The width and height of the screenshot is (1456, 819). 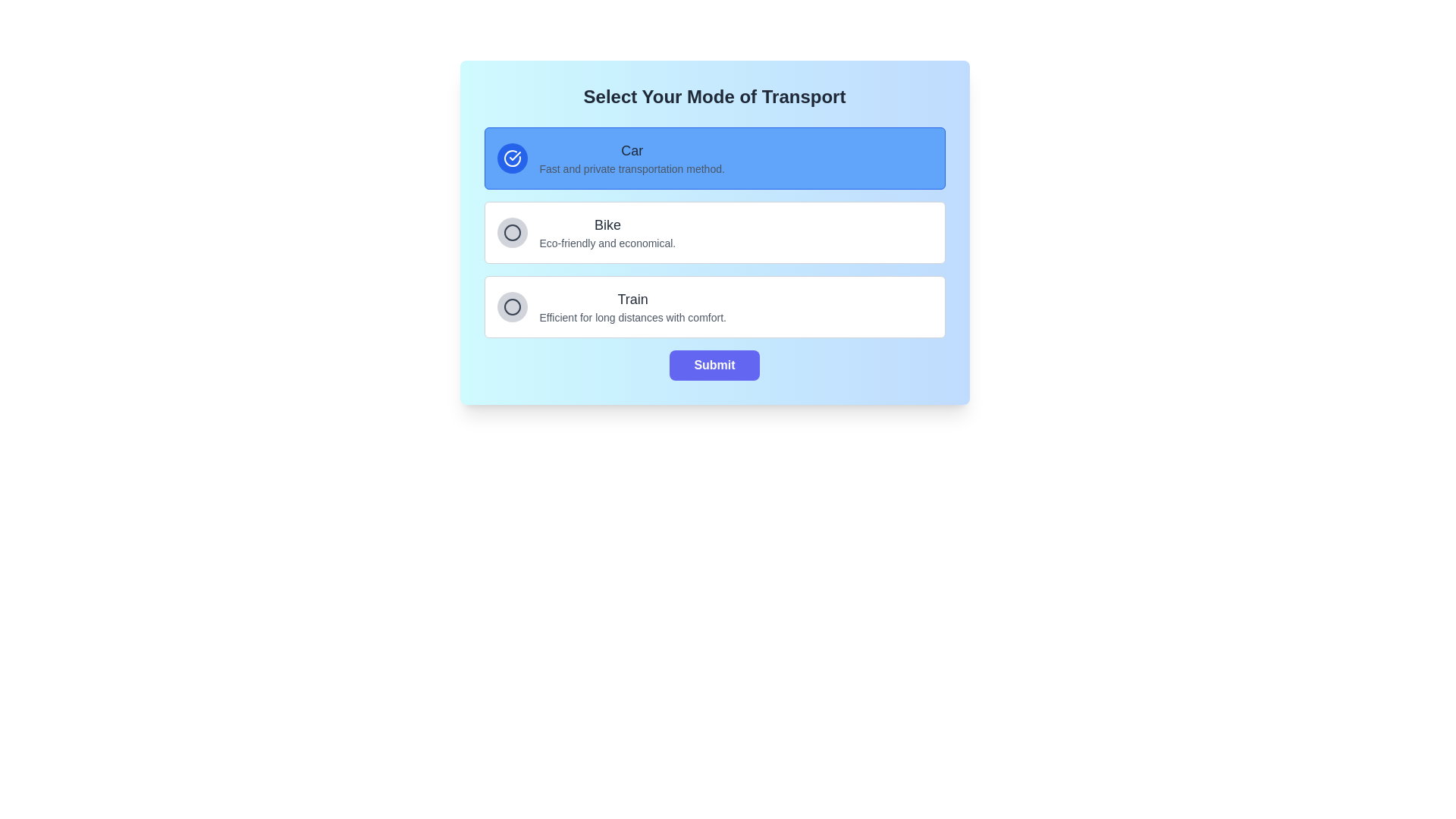 What do you see at coordinates (632, 169) in the screenshot?
I see `the static text label stating 'Fast and private transportation method.' which is positioned directly below the 'Car' label in the interface` at bounding box center [632, 169].